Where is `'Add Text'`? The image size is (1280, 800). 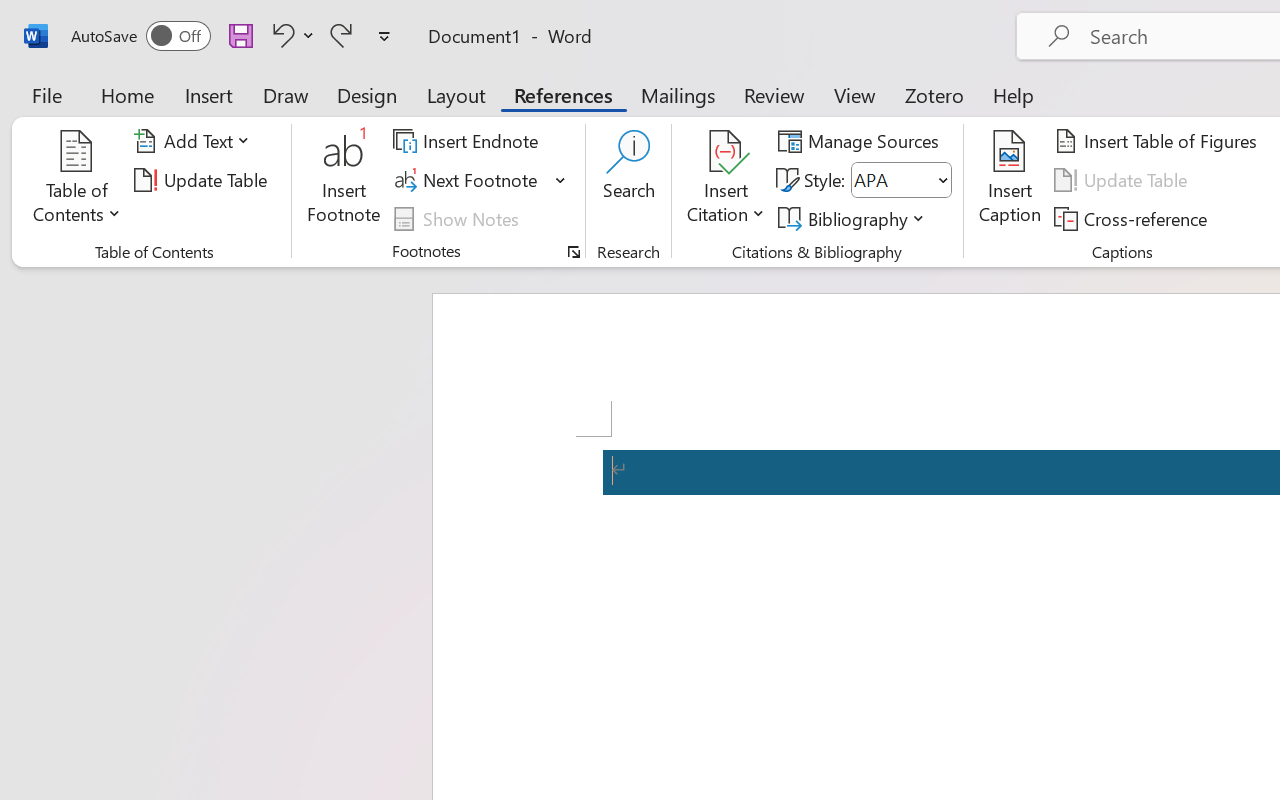 'Add Text' is located at coordinates (195, 141).